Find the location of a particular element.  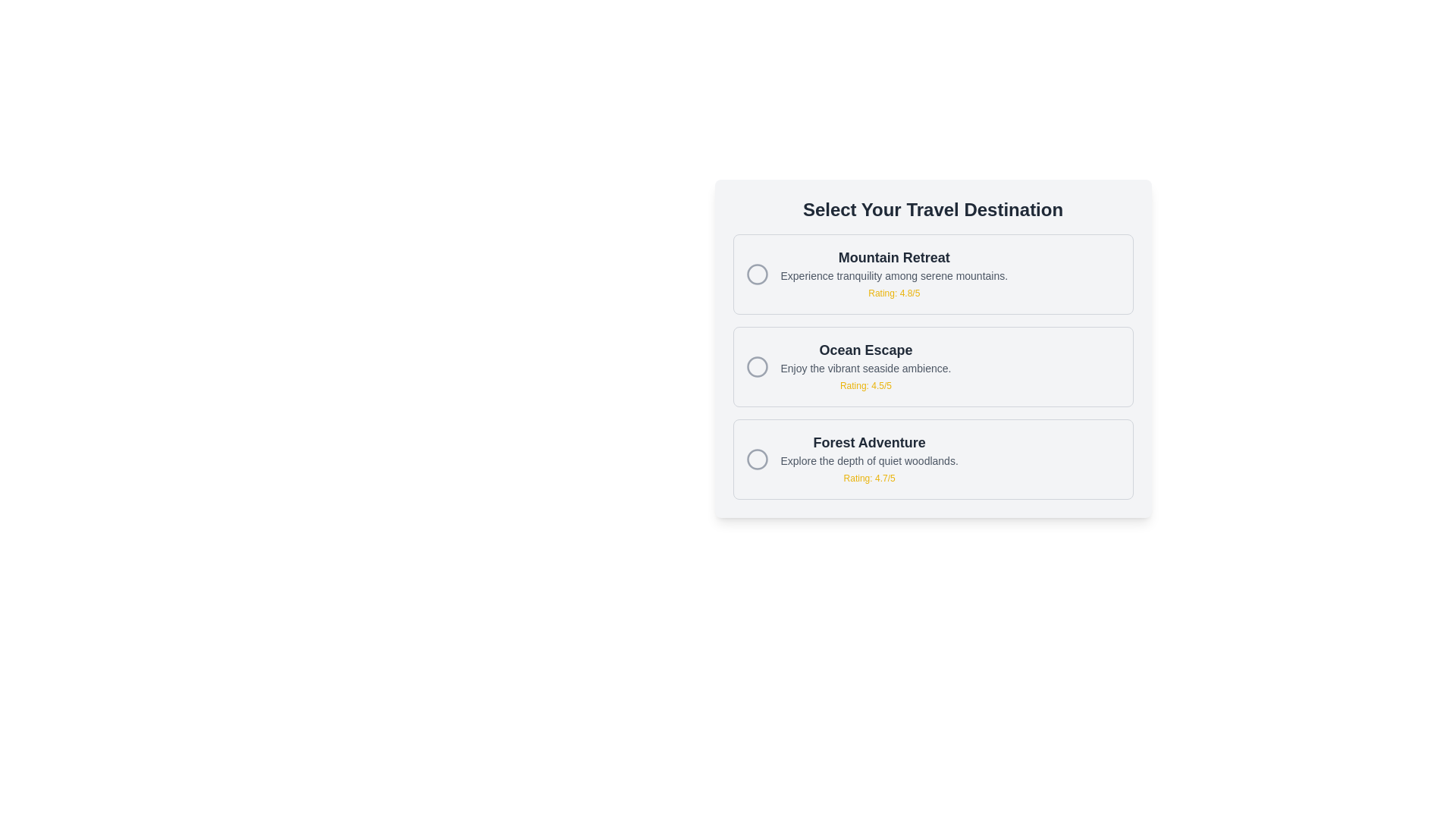

the gray circular icon located to the left of the text 'Ocean Escape' under the 'Select Your Travel Destination' section is located at coordinates (757, 366).